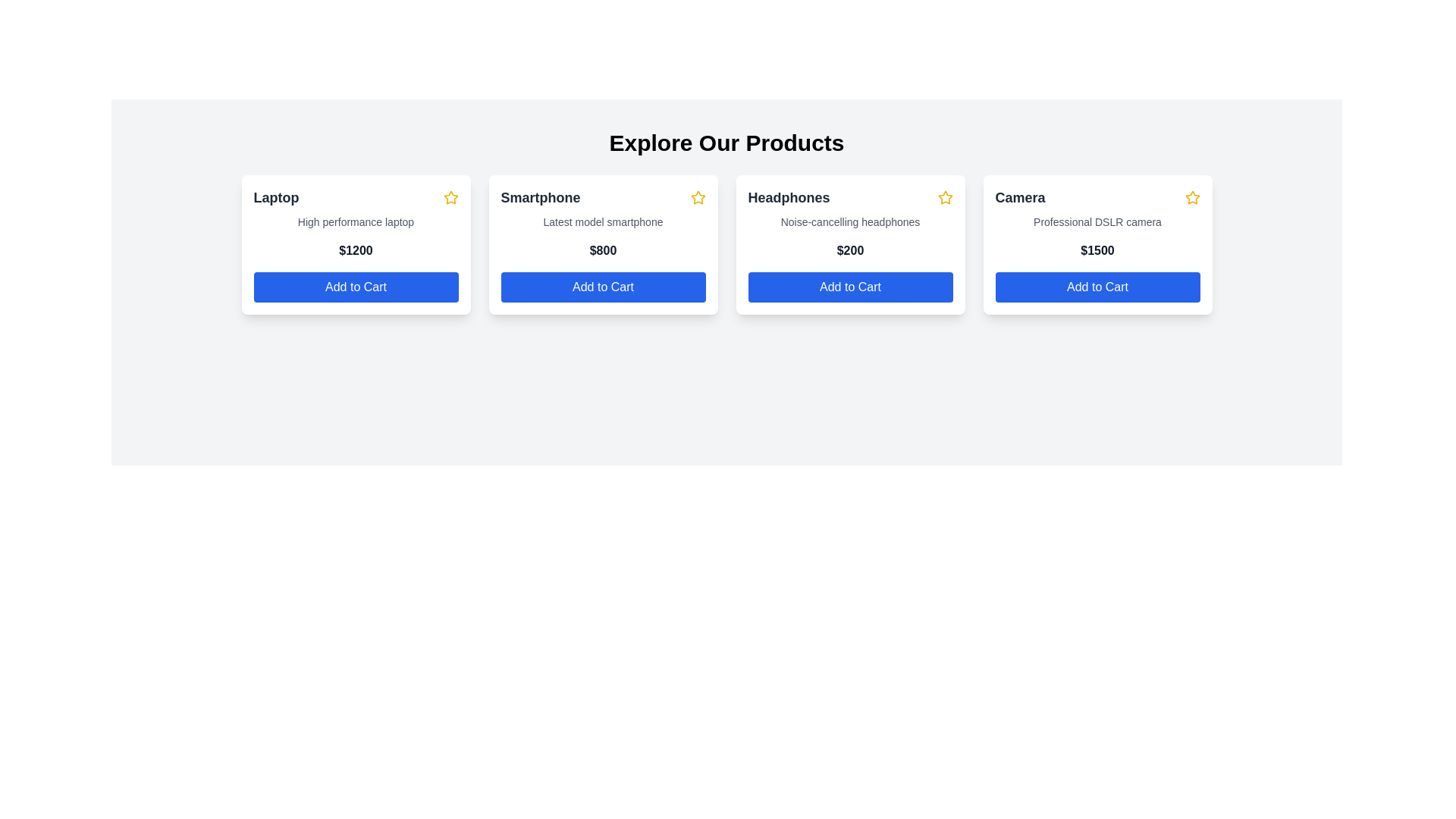 This screenshot has width=1456, height=819. Describe the element at coordinates (1097, 250) in the screenshot. I see `the price display text element for the 'Camera' product, which shows a cost of '$1500' and is positioned between the product description and the 'Add to Cart' button` at that location.